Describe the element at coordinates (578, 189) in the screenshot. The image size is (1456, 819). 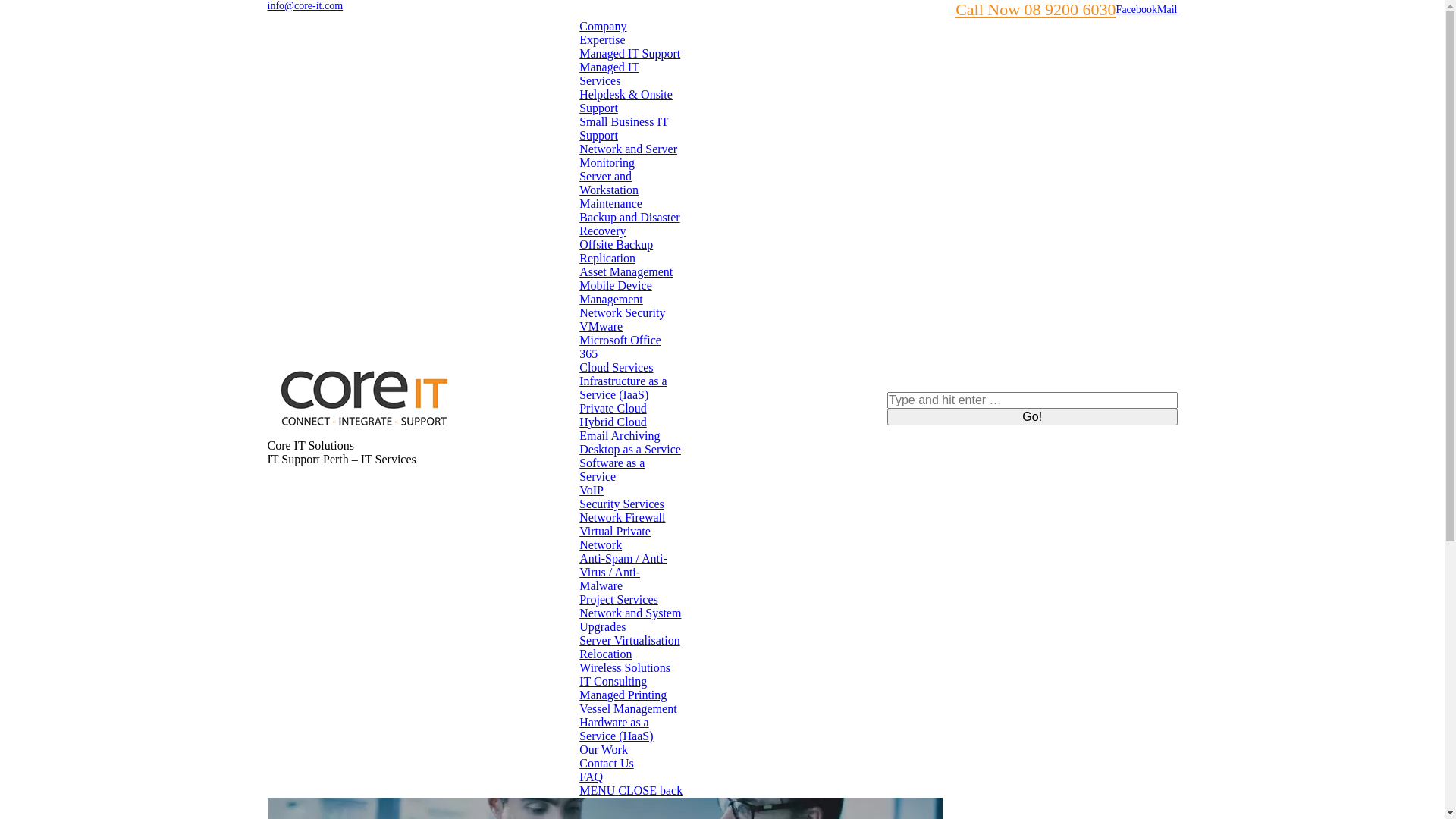
I see `'Server and Workstation Maintenance'` at that location.